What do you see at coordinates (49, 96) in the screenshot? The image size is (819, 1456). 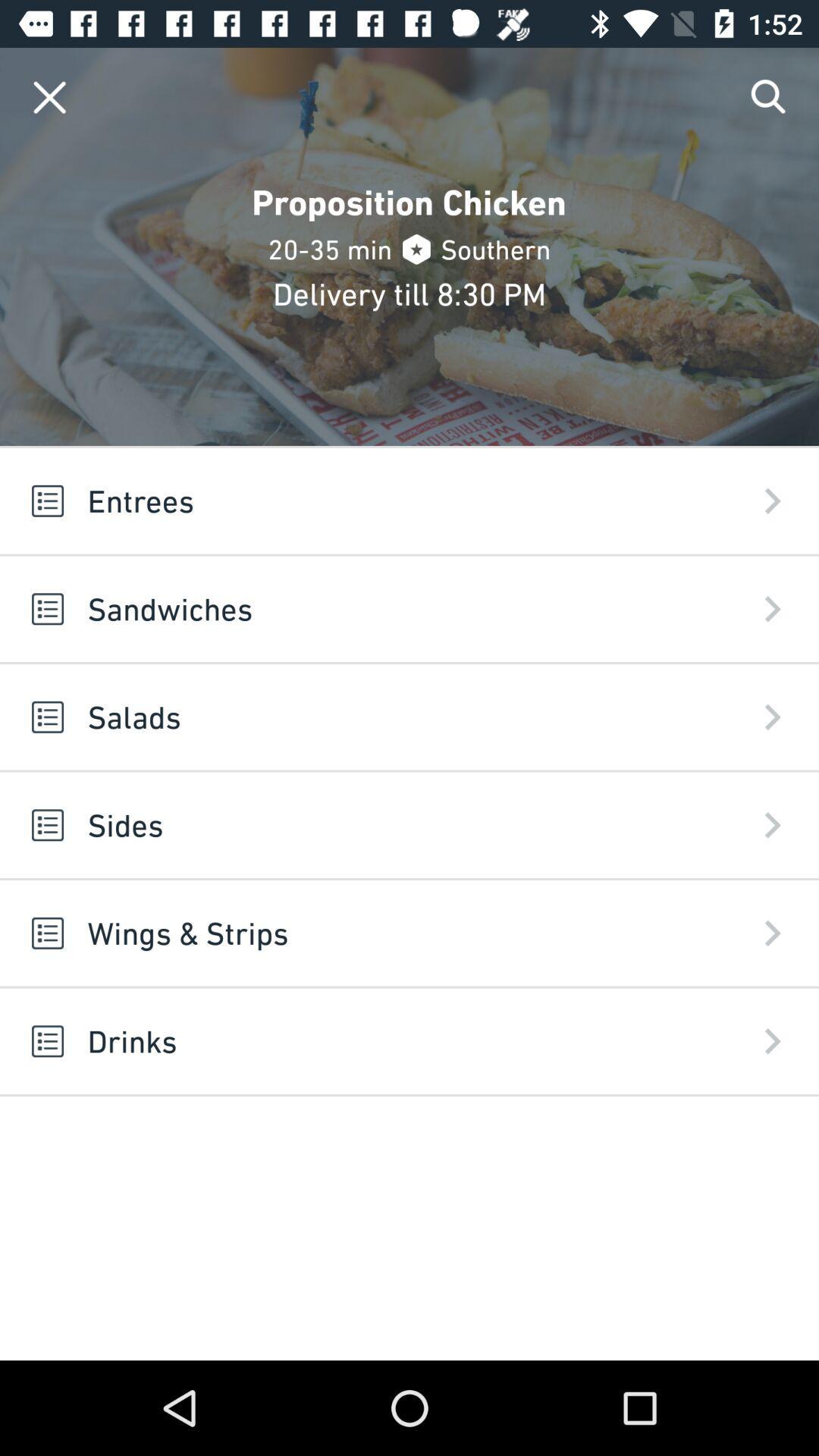 I see `close` at bounding box center [49, 96].